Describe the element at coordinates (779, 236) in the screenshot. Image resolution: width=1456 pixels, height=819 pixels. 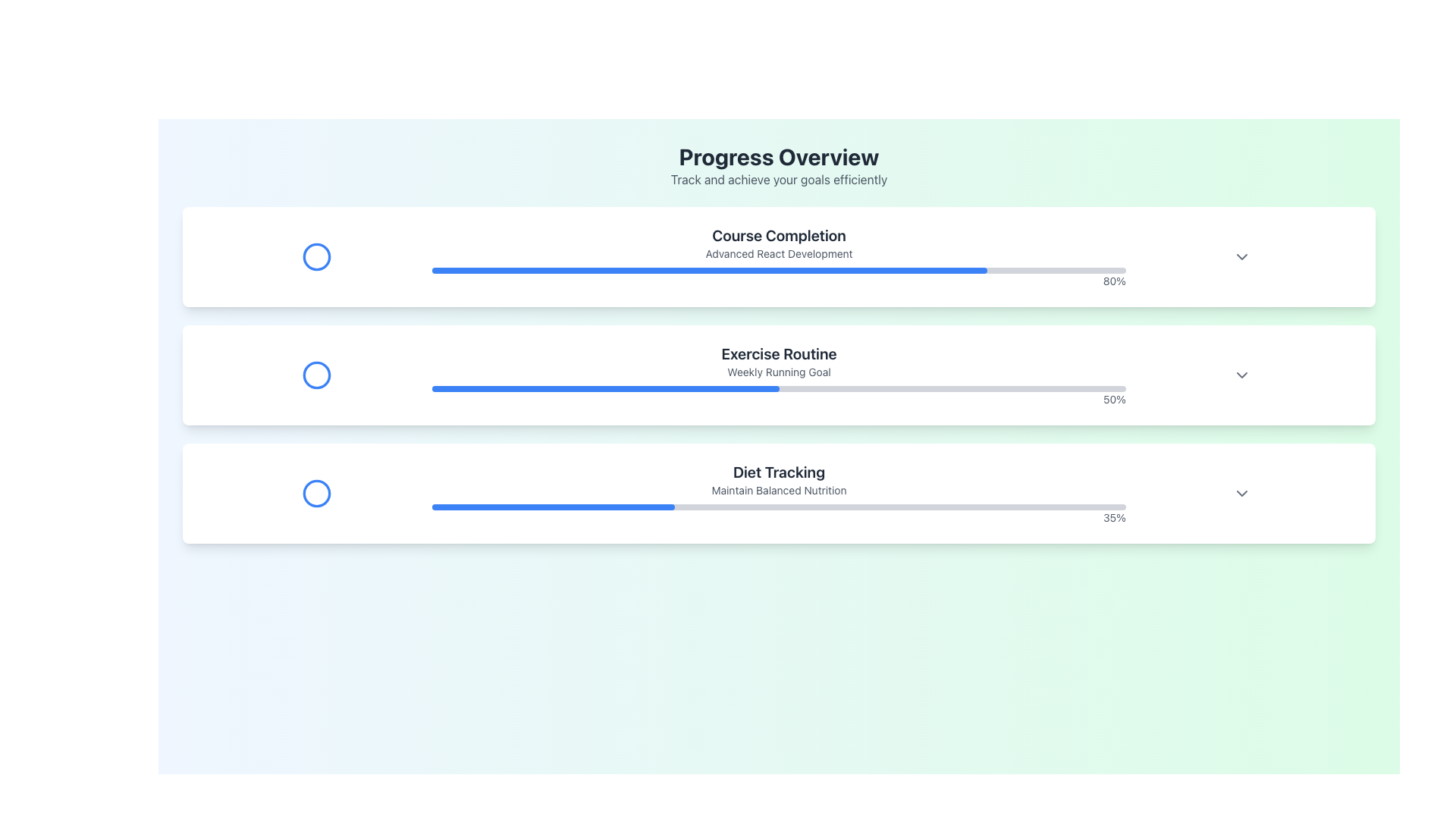
I see `the text label summarizing the course completion progress that is positioned at the upper-center of its section, above the 'Advanced React Development' subtitle` at that location.